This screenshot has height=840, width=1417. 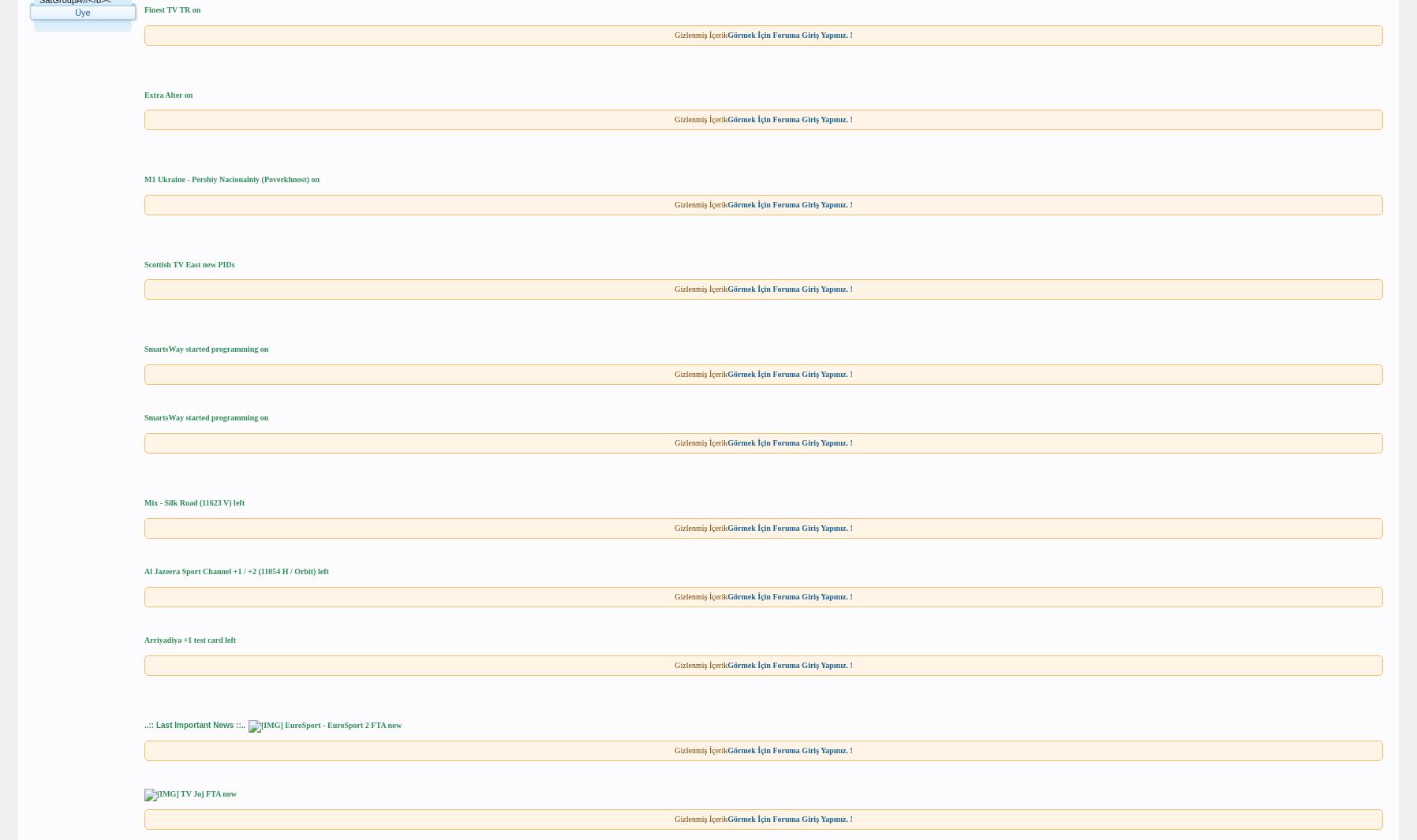 I want to click on 'Extra Alter on', so click(x=167, y=93).